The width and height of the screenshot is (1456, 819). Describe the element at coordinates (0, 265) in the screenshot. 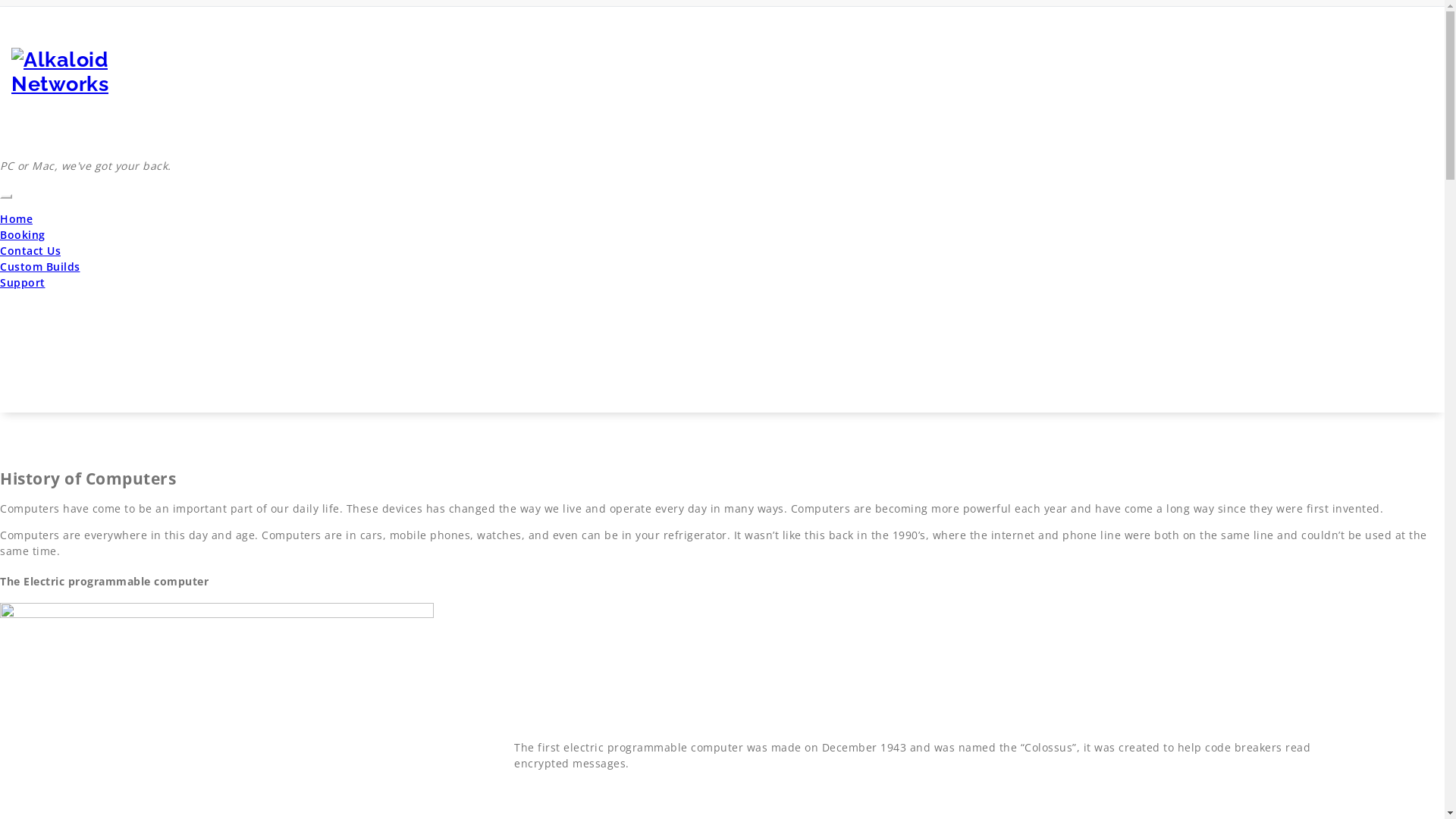

I see `'Custom Builds'` at that location.